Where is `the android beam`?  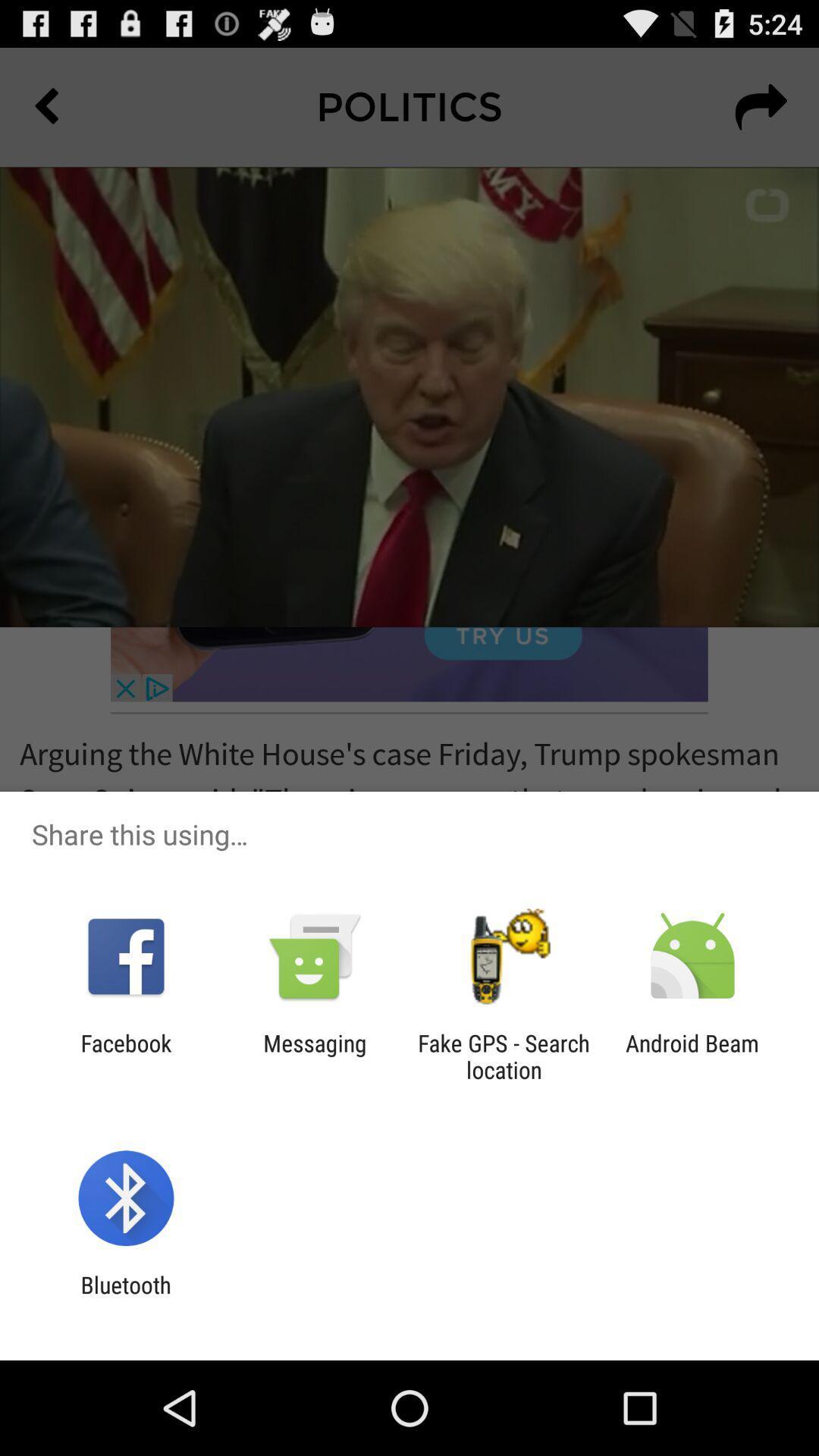
the android beam is located at coordinates (692, 1056).